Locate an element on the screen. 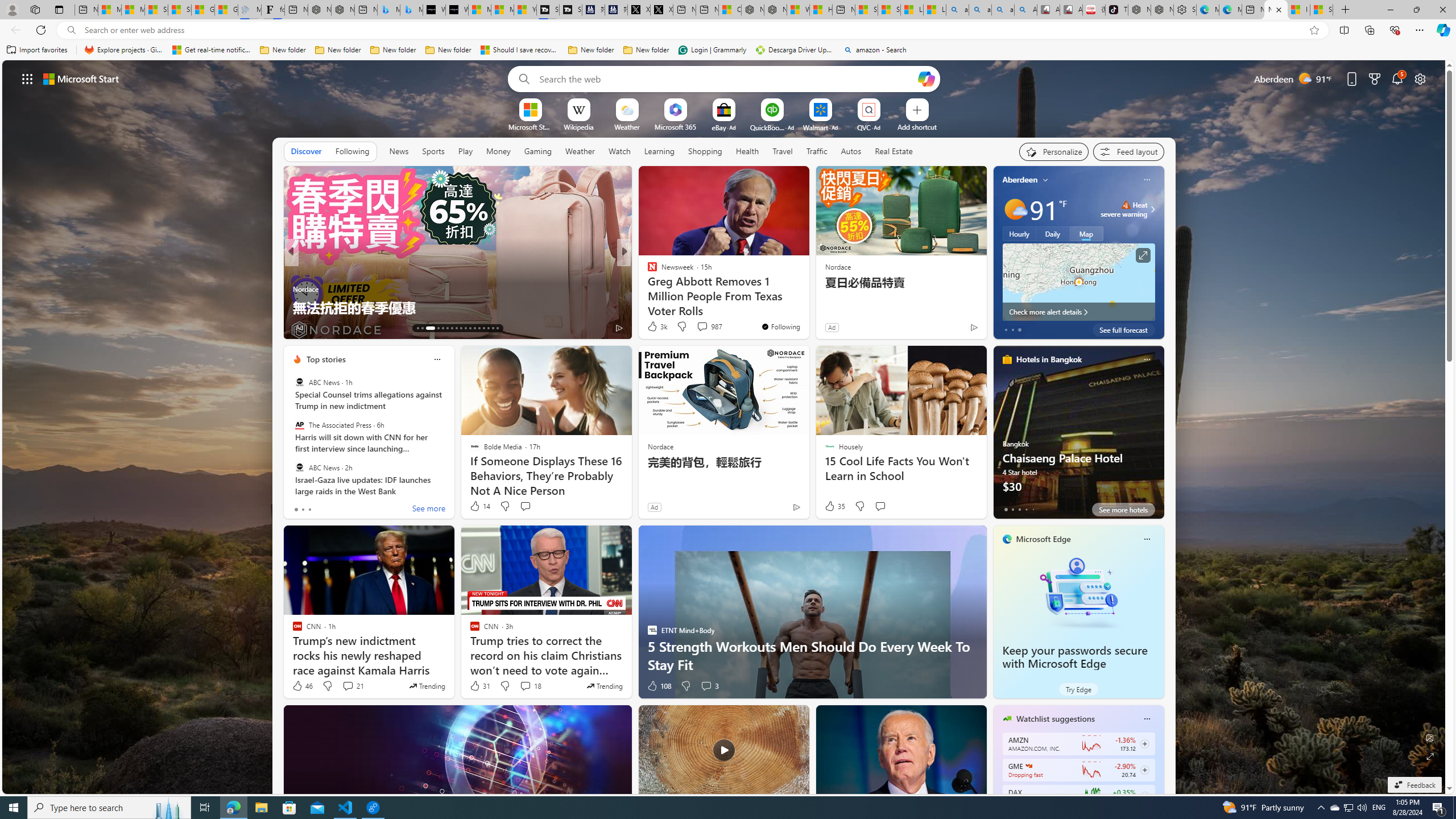  'AutomationID: tab-24' is located at coordinates (474, 328).